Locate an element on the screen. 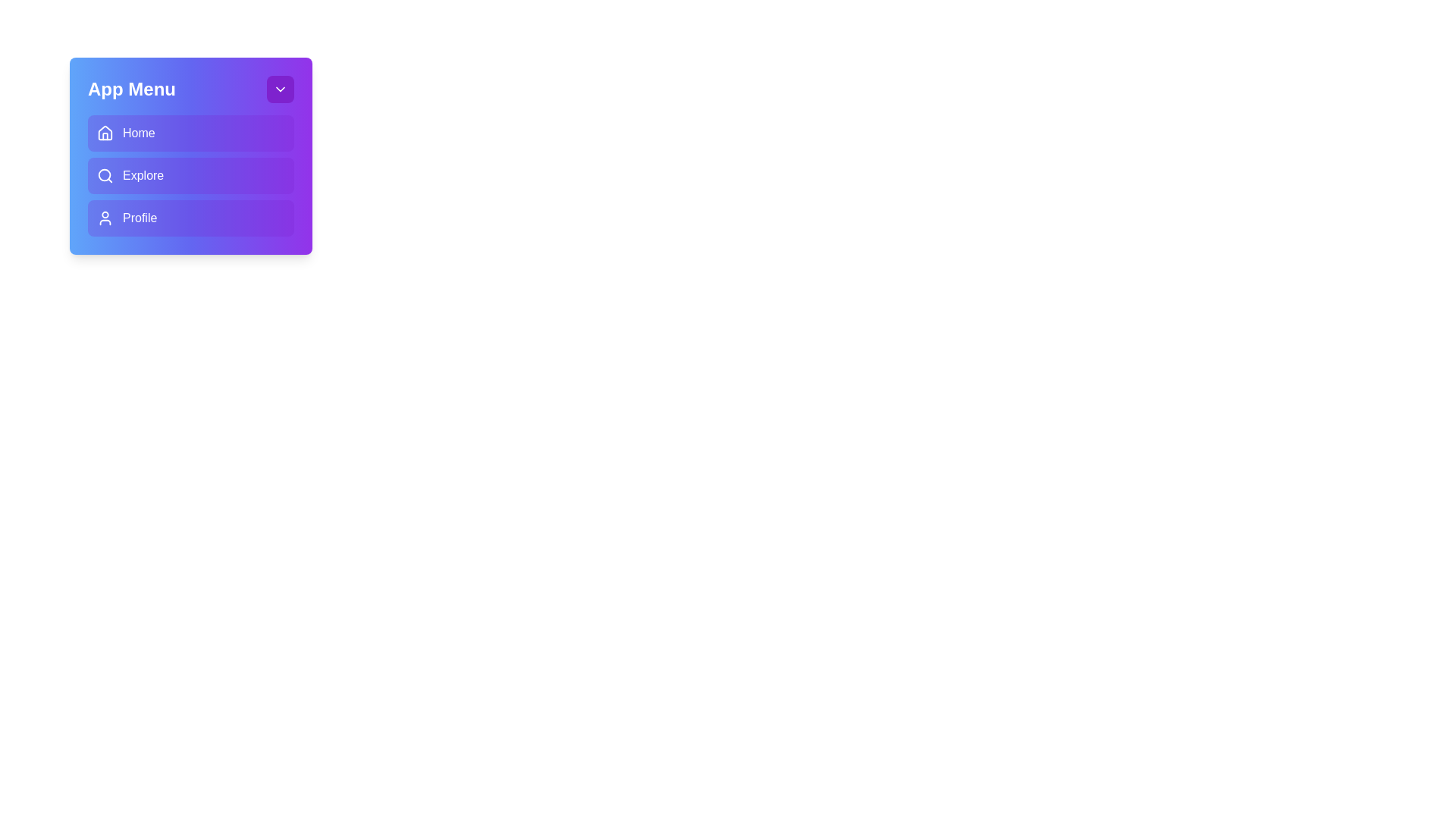 Image resolution: width=1456 pixels, height=819 pixels. the house-shaped icon next to the 'Home' text in the vertical menu layout is located at coordinates (105, 133).